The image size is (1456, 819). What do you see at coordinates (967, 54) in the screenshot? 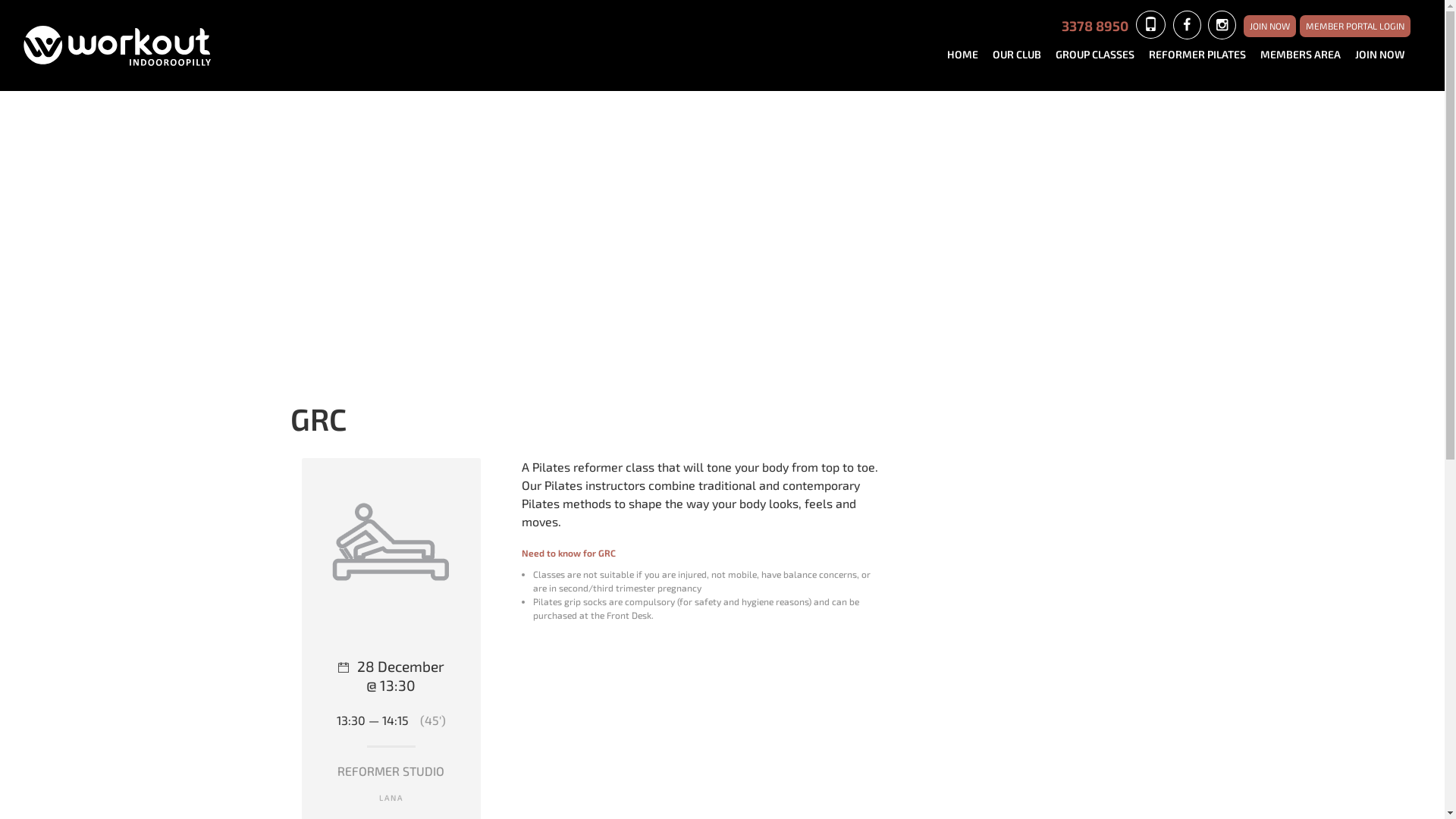
I see `'HOME'` at bounding box center [967, 54].